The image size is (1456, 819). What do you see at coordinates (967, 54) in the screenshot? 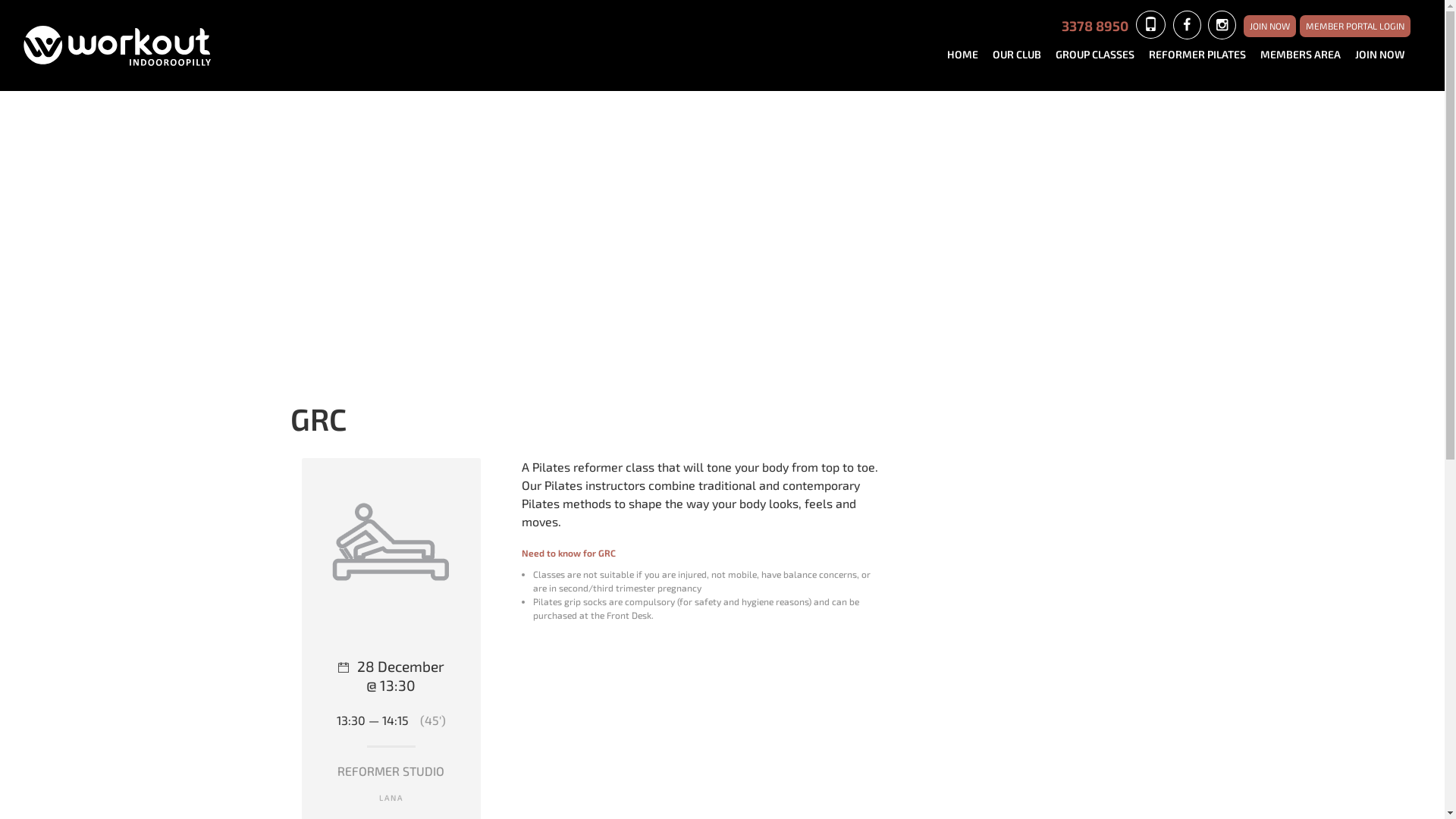
I see `'HOME'` at bounding box center [967, 54].